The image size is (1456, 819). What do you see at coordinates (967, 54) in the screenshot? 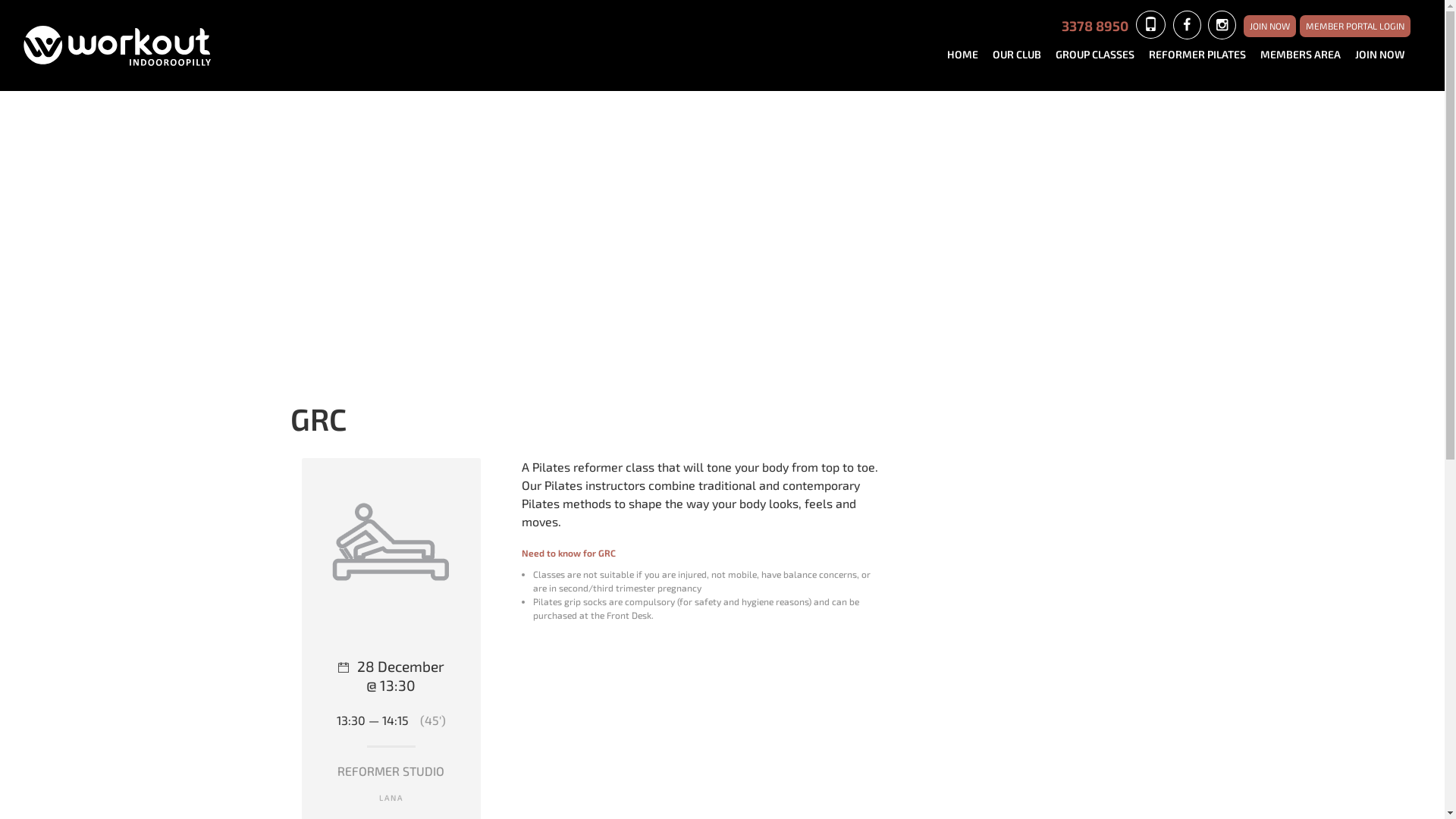
I see `'HOME'` at bounding box center [967, 54].